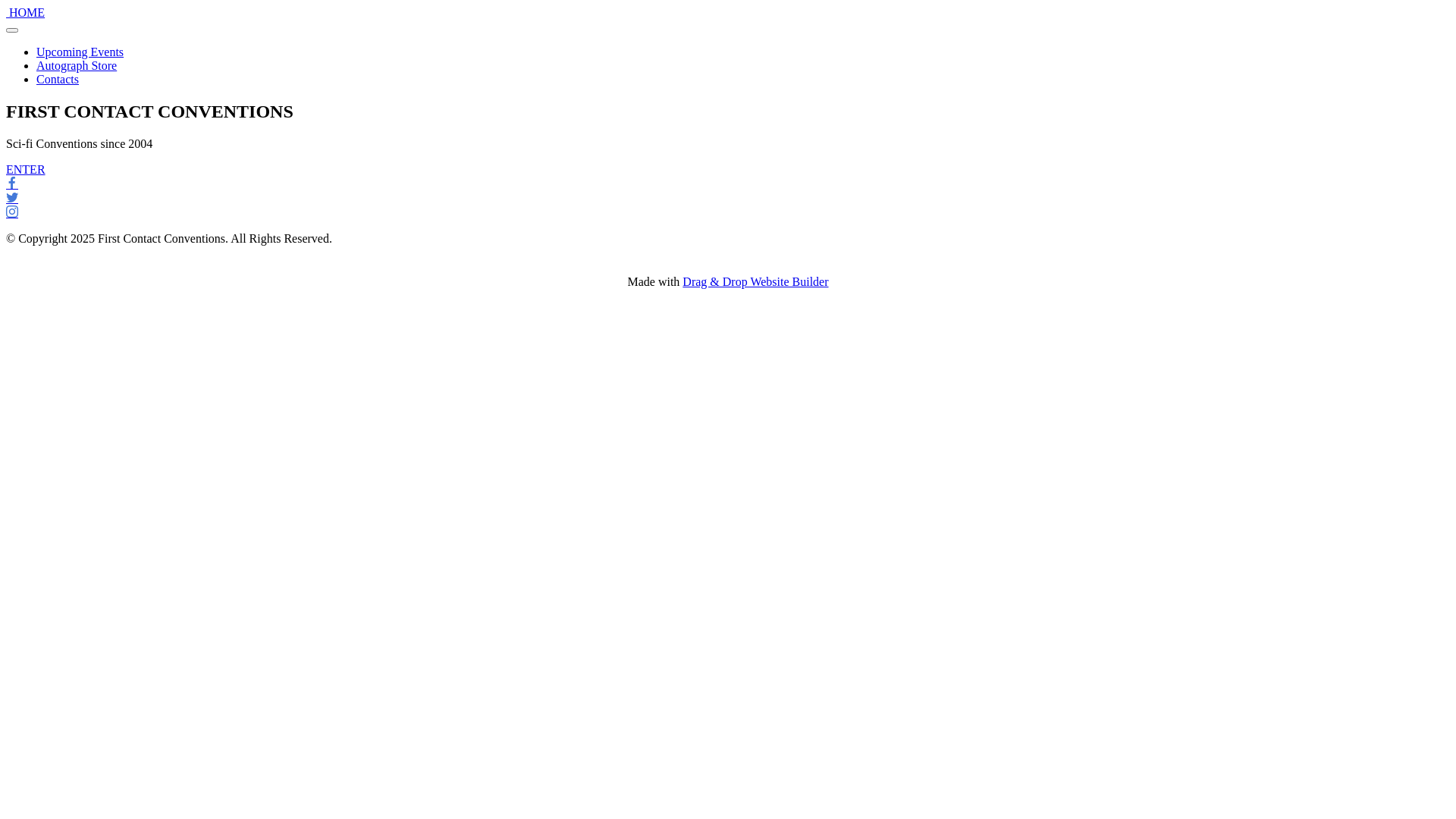 This screenshot has height=819, width=1456. Describe the element at coordinates (36, 64) in the screenshot. I see `'Autograph Store'` at that location.